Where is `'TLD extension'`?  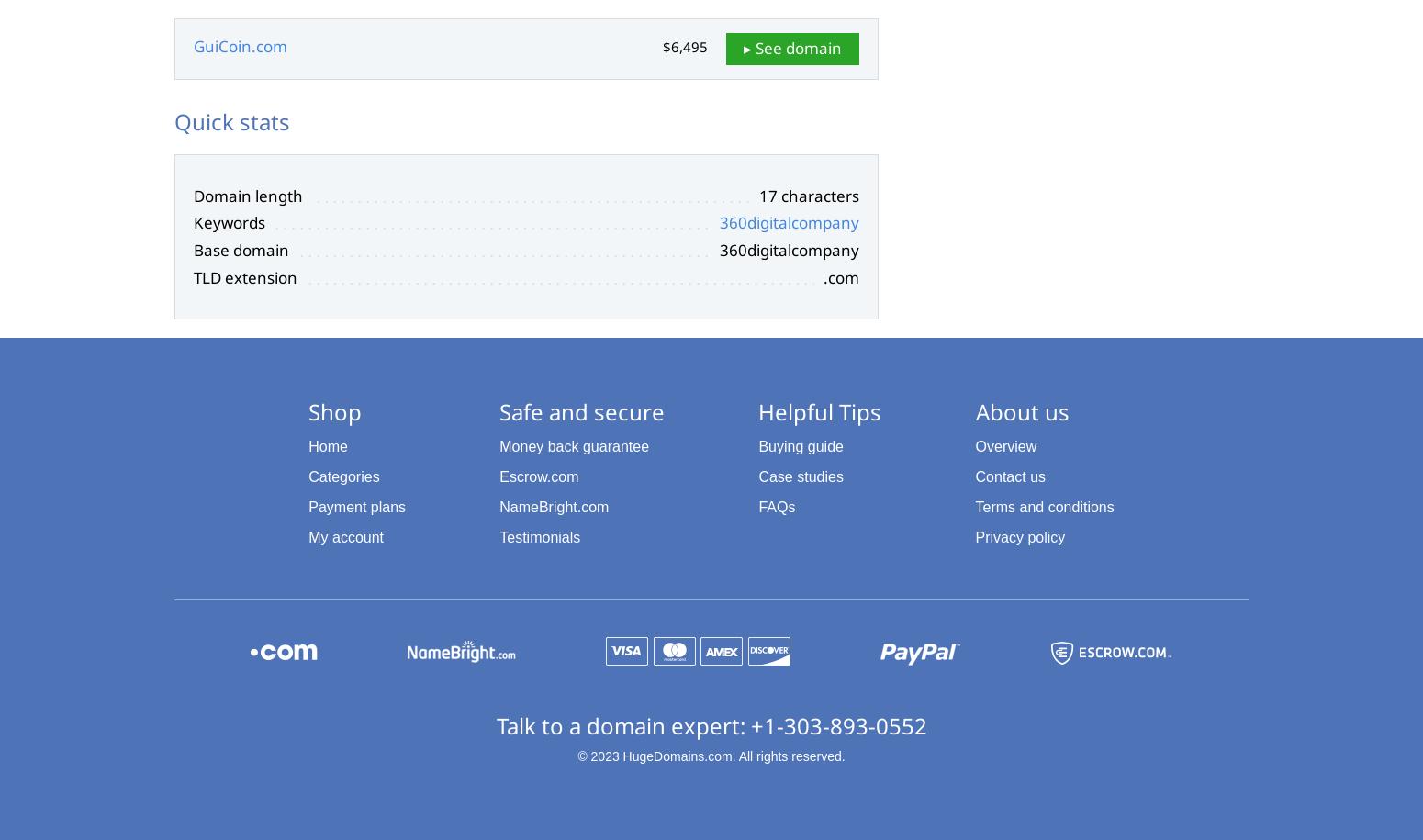 'TLD extension' is located at coordinates (245, 275).